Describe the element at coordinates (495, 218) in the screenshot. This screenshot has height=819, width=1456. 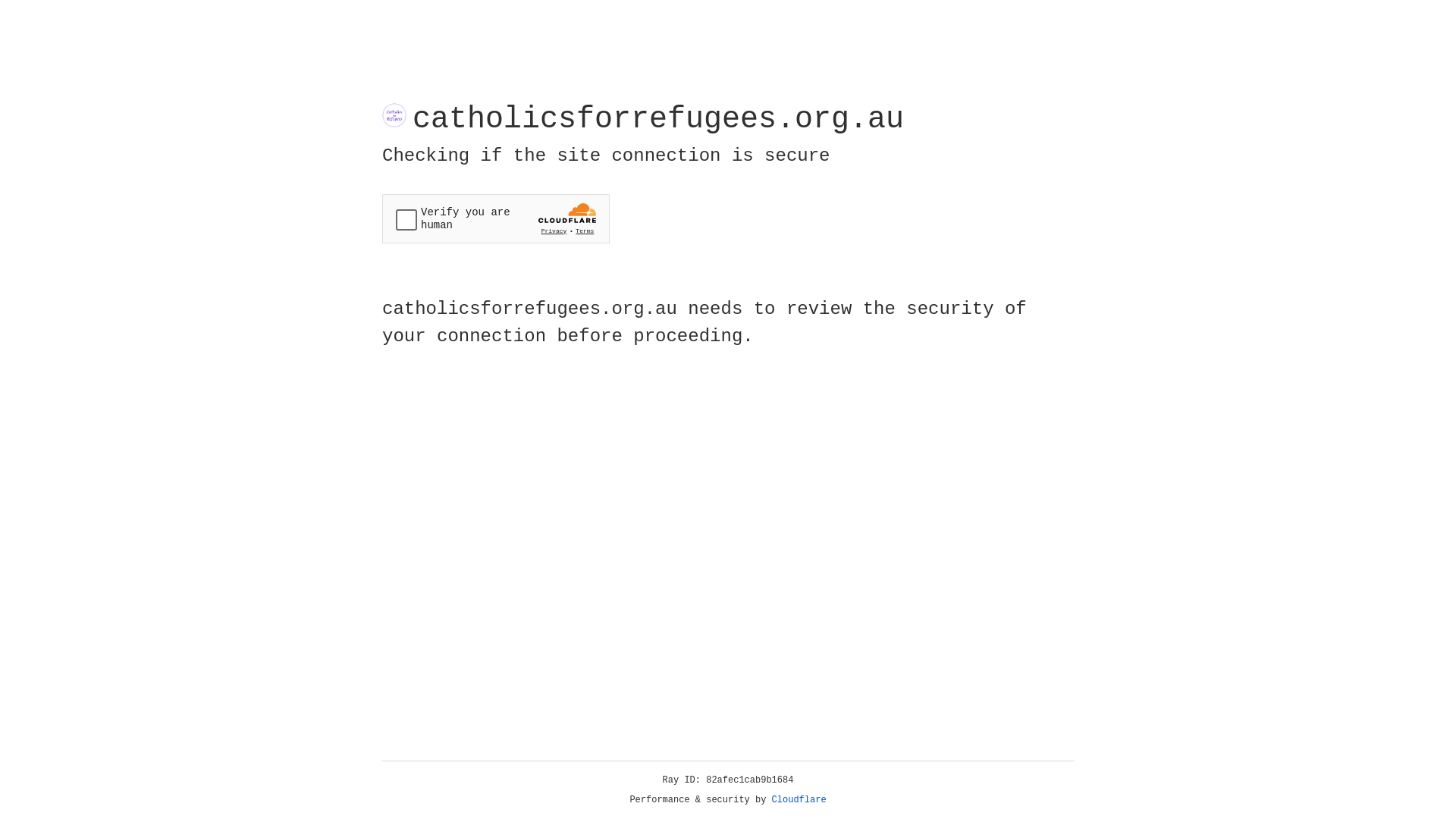
I see `'Widget containing a Cloudflare security challenge'` at that location.